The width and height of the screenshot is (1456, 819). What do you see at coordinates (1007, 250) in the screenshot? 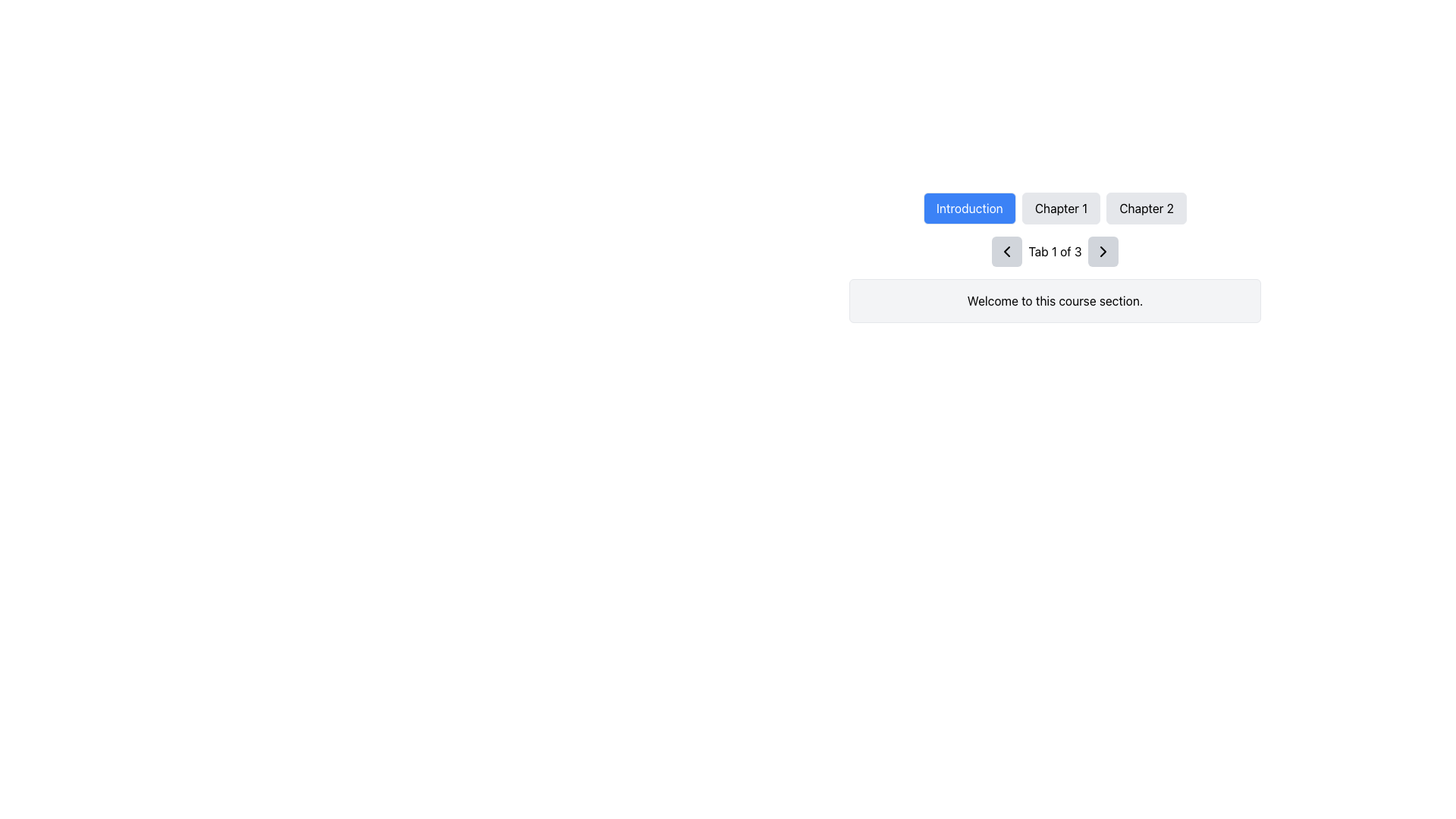
I see `the square button with a gray background and a leftward chevron arrow icon, which is the first interactive button in the navigation interface` at bounding box center [1007, 250].